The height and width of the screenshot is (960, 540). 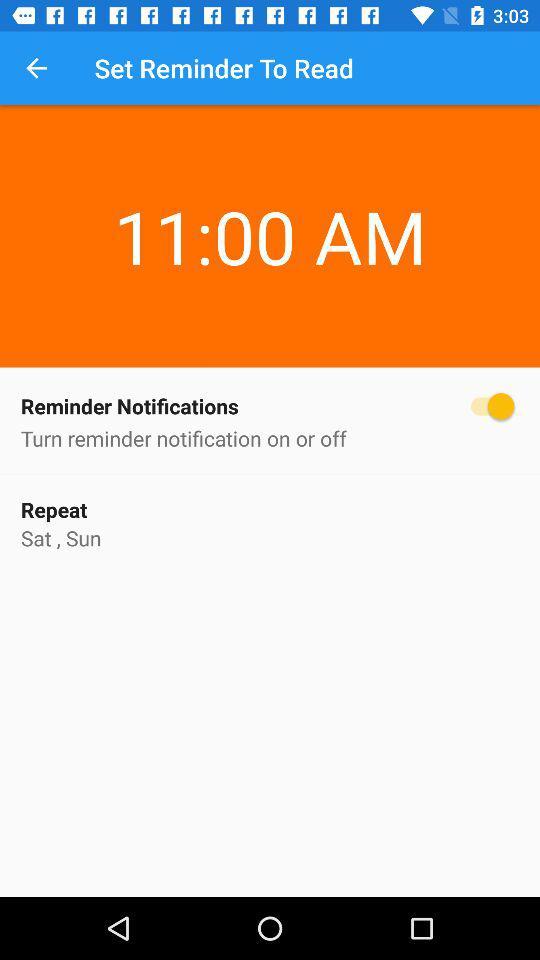 What do you see at coordinates (270, 199) in the screenshot?
I see `the item above the reminder notifications` at bounding box center [270, 199].